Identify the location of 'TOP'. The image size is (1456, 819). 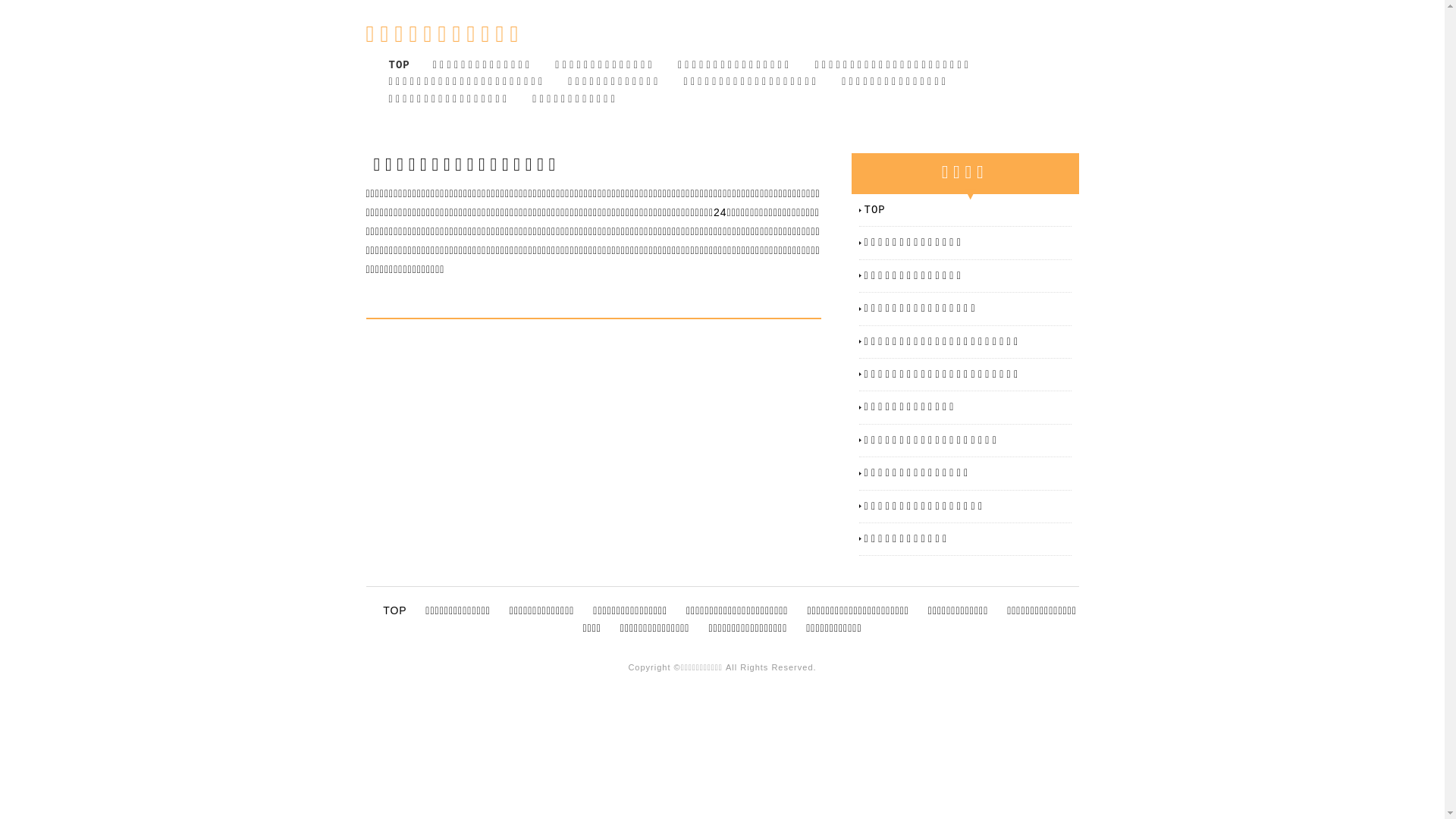
(399, 64).